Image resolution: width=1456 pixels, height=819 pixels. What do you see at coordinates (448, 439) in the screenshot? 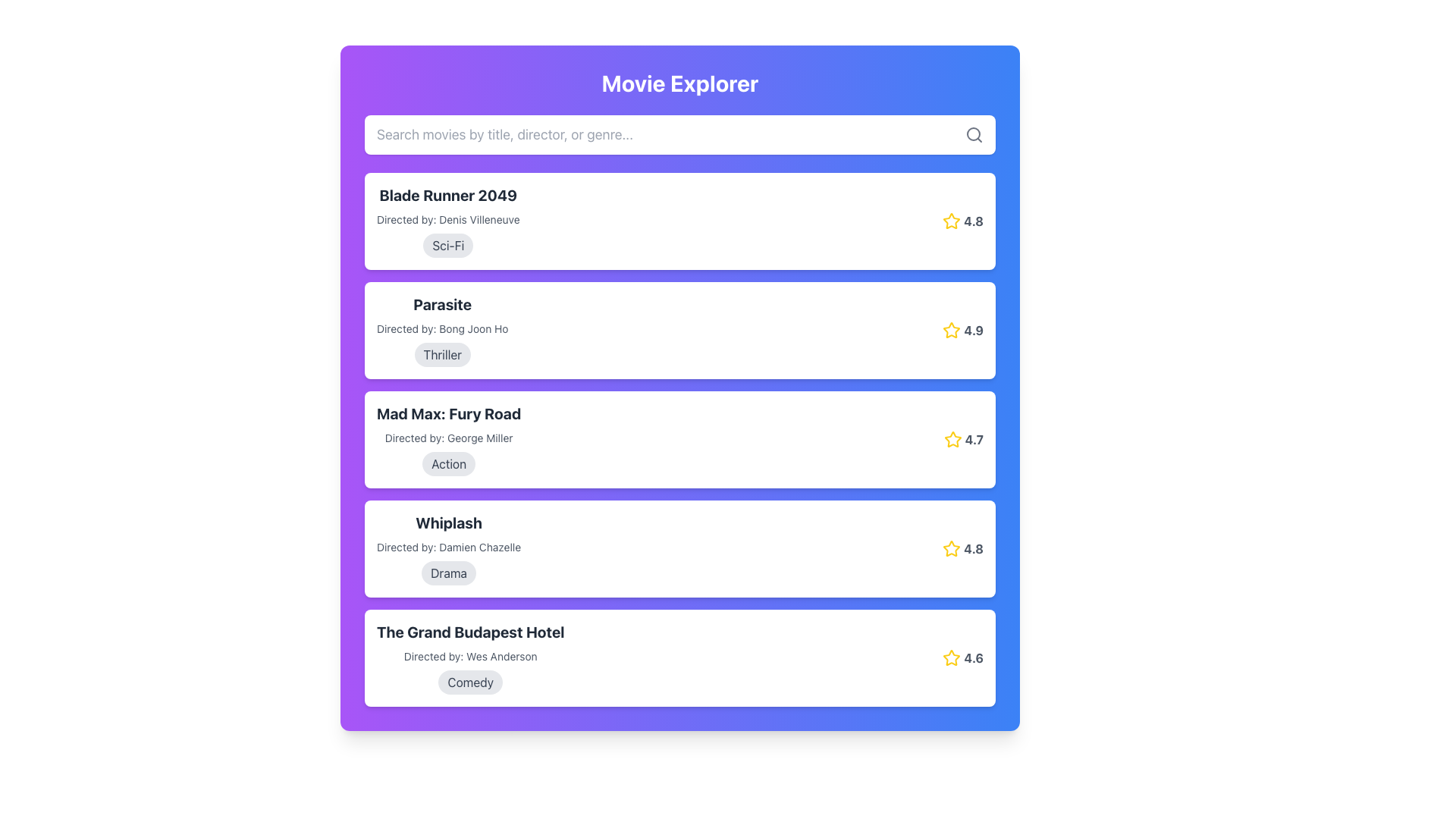
I see `the text block providing information about a specific movie, which is the third item in a vertical list of movie summaries` at bounding box center [448, 439].